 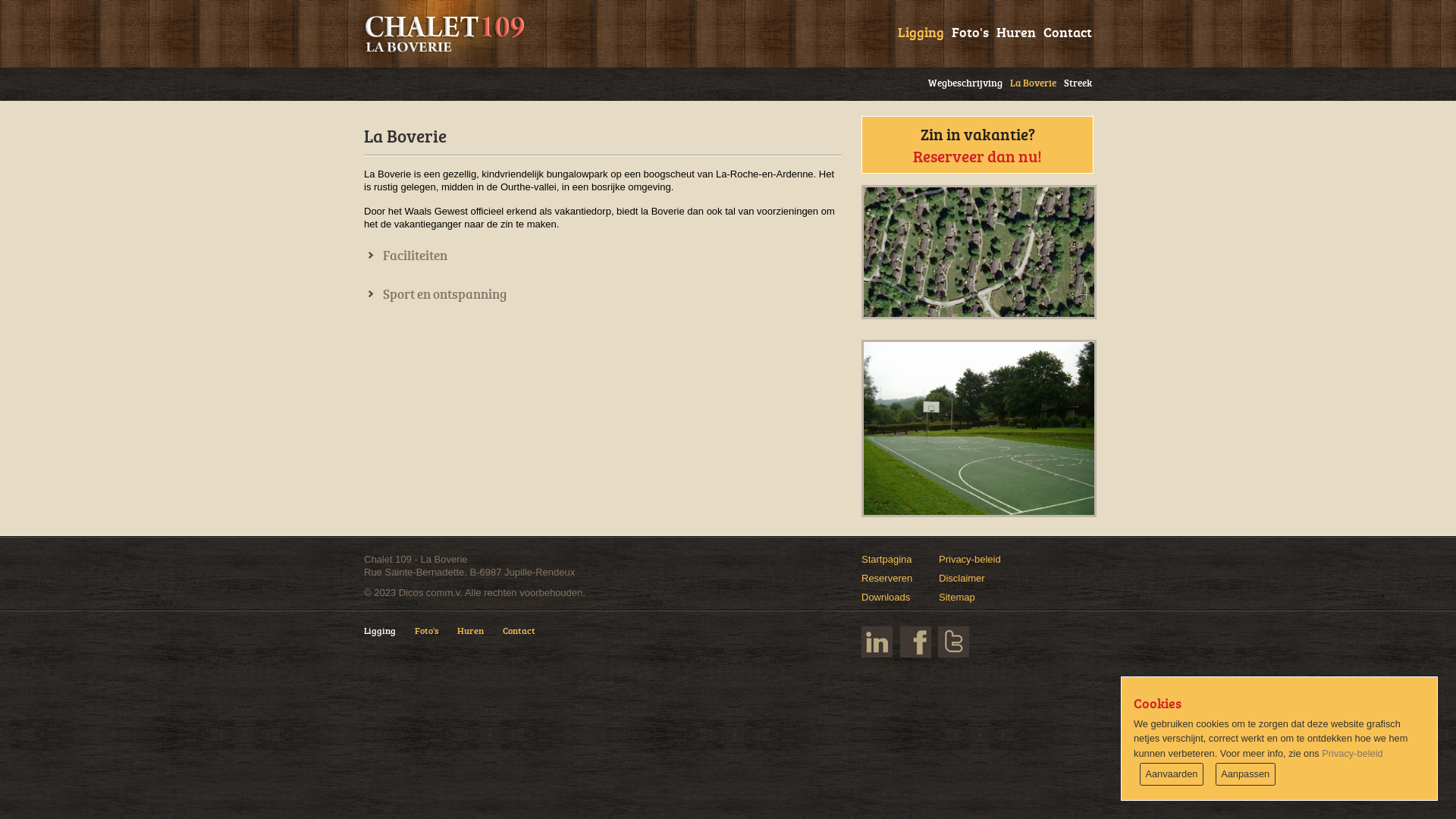 What do you see at coordinates (405, 254) in the screenshot?
I see `'Faciliteiten'` at bounding box center [405, 254].